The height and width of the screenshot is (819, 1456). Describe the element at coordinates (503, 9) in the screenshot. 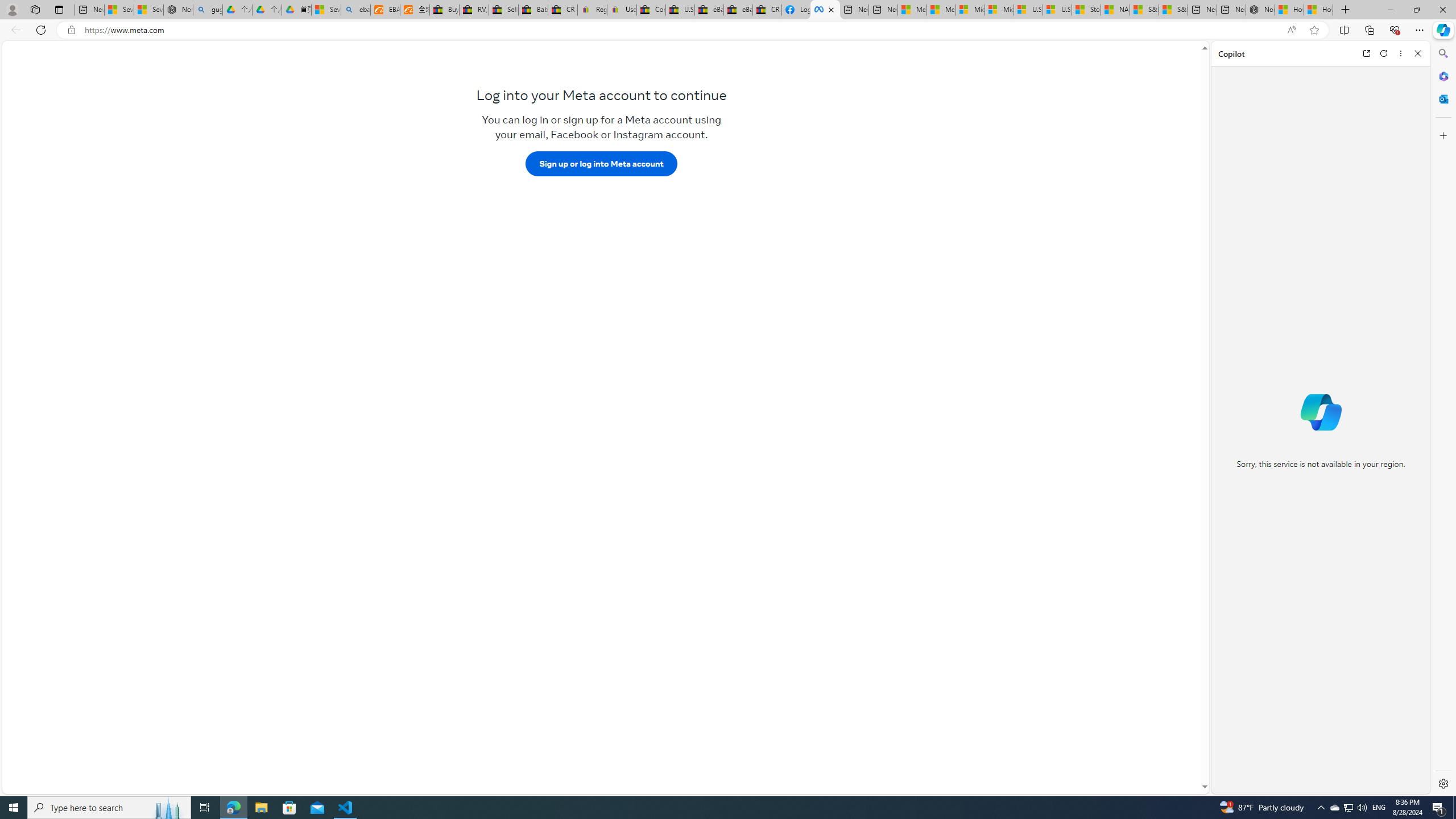

I see `'Sell worldwide with eBay'` at that location.